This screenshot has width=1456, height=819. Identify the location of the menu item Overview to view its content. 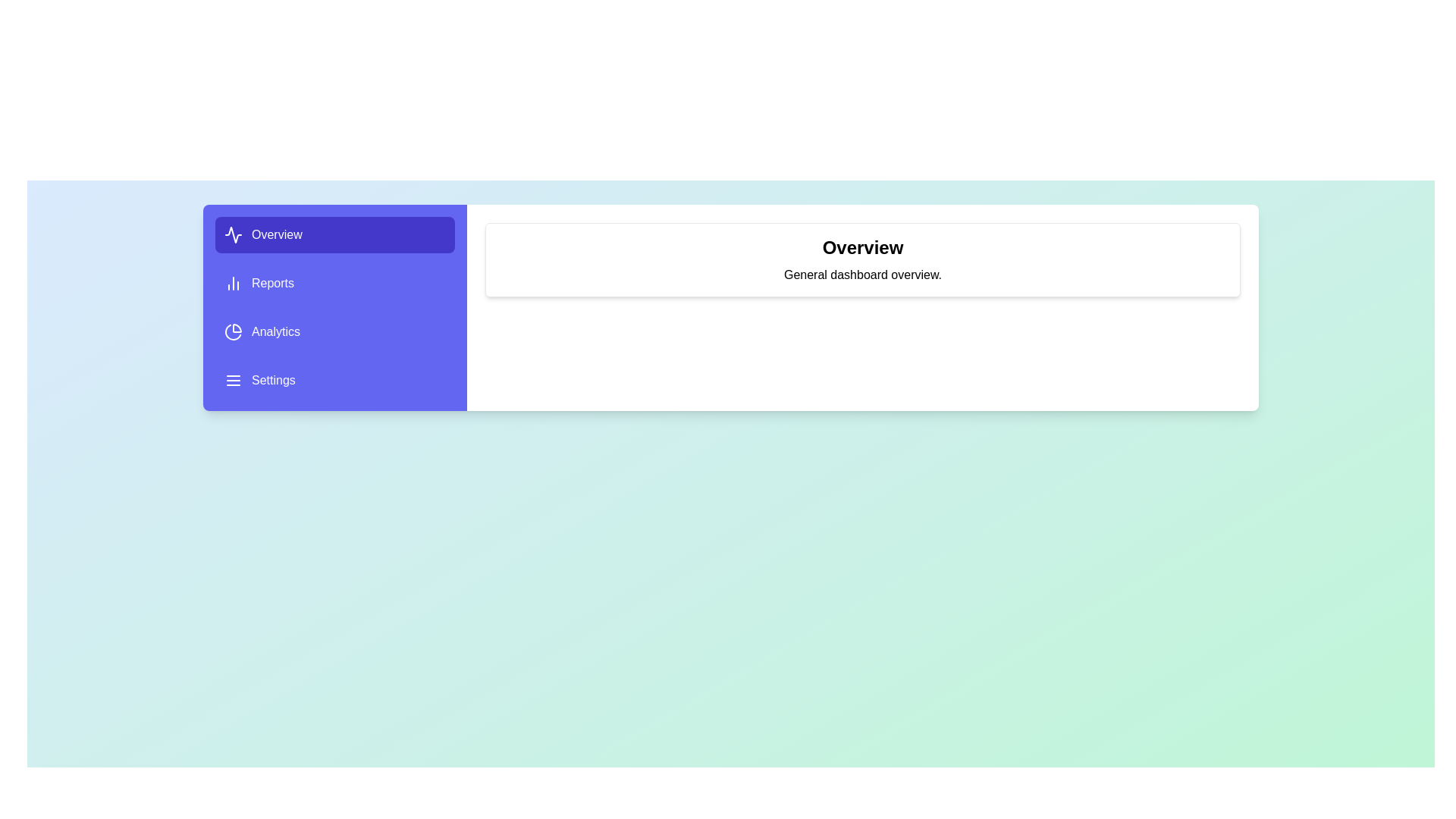
(334, 234).